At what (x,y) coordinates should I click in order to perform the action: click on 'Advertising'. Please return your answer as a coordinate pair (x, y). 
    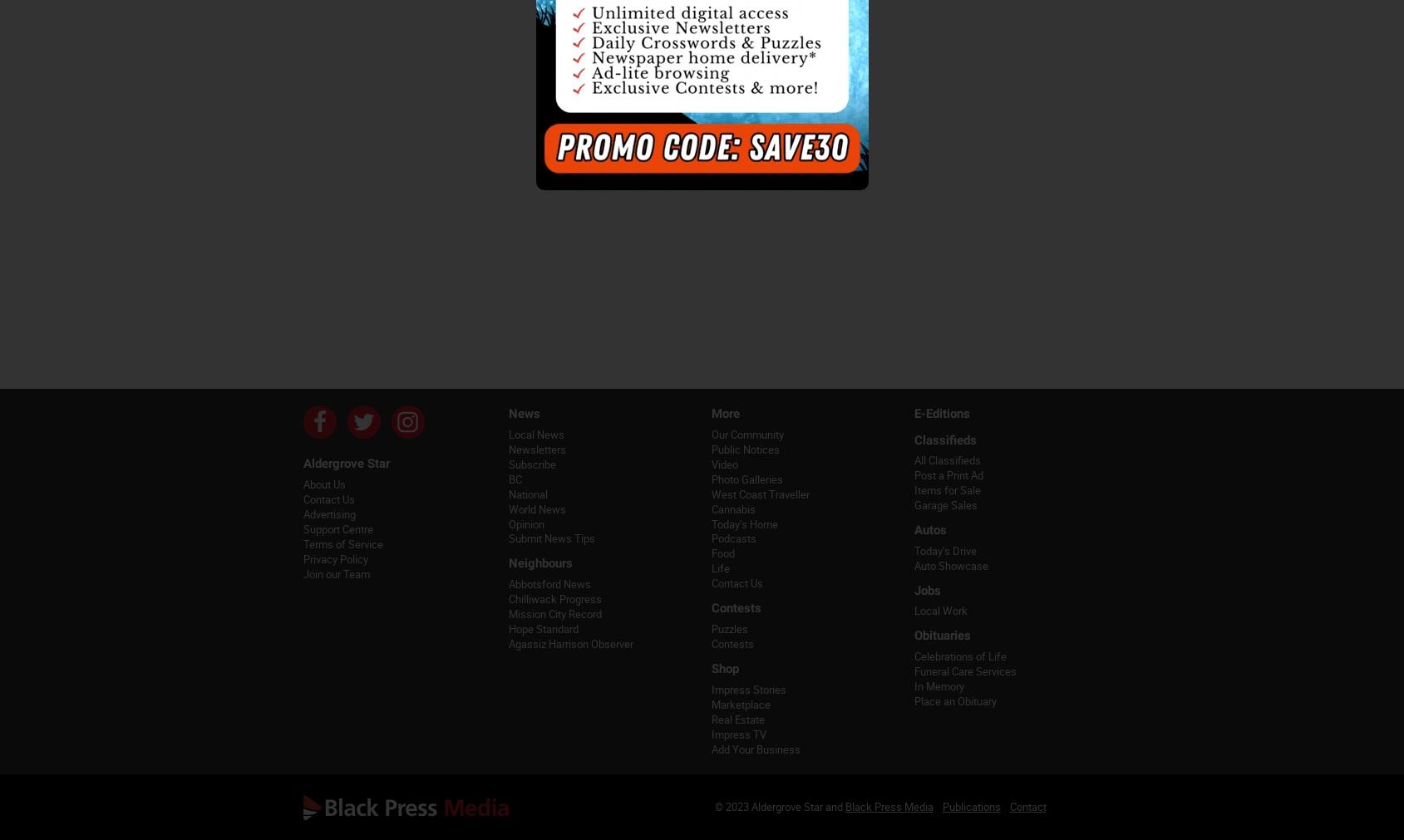
    Looking at the image, I should click on (302, 513).